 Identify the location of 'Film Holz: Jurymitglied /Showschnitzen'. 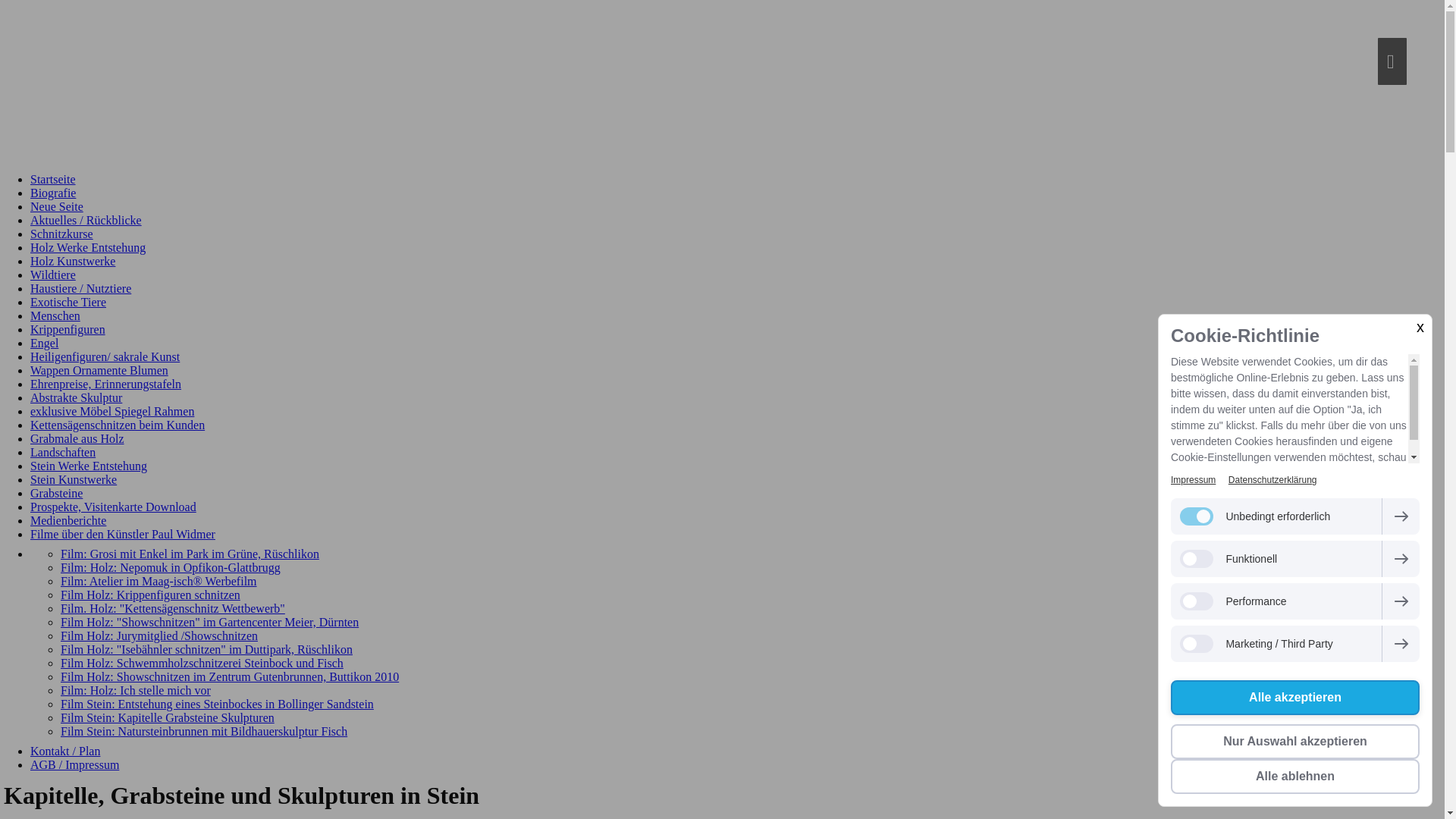
(159, 635).